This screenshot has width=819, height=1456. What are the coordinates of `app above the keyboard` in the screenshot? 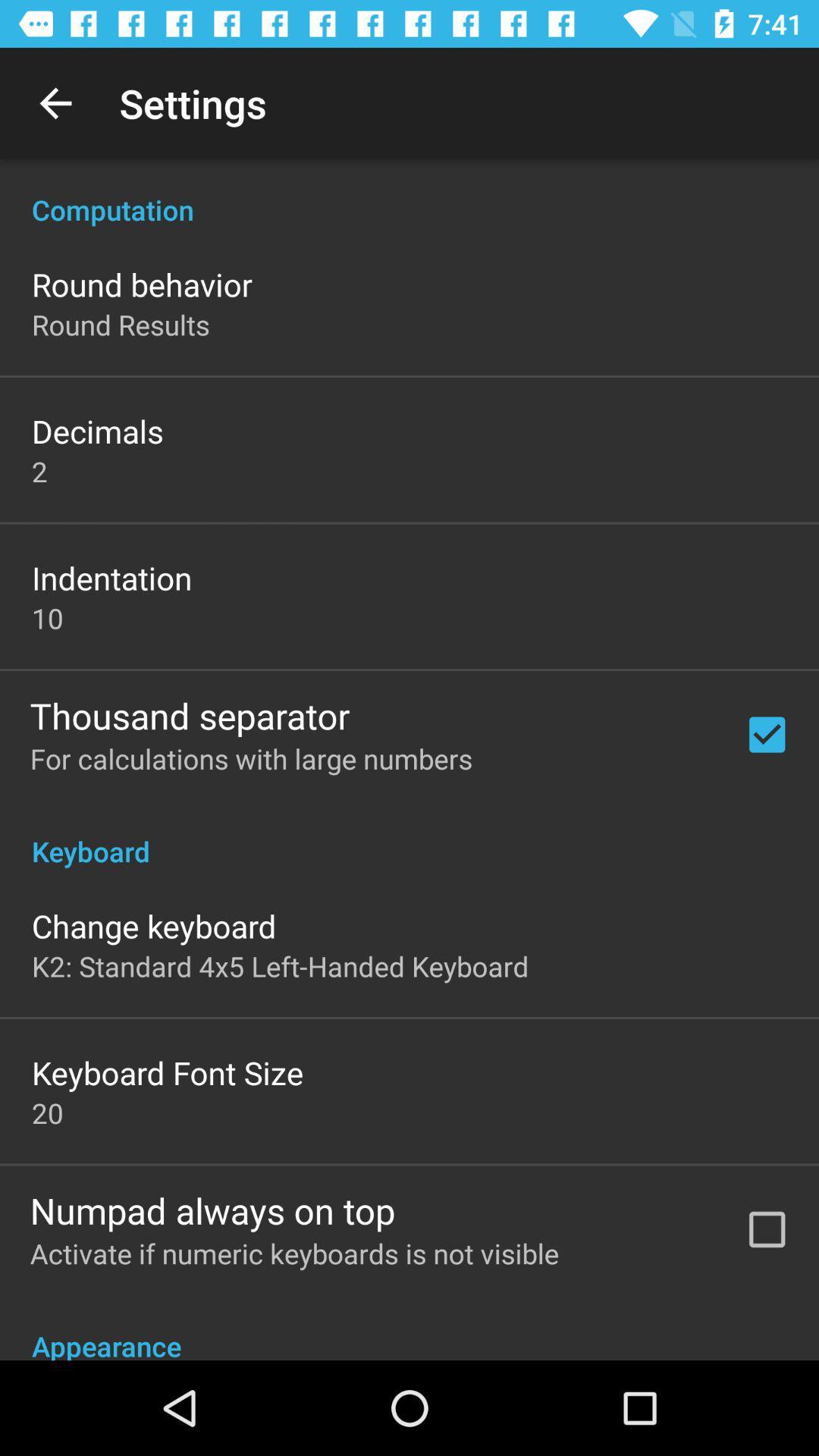 It's located at (250, 758).